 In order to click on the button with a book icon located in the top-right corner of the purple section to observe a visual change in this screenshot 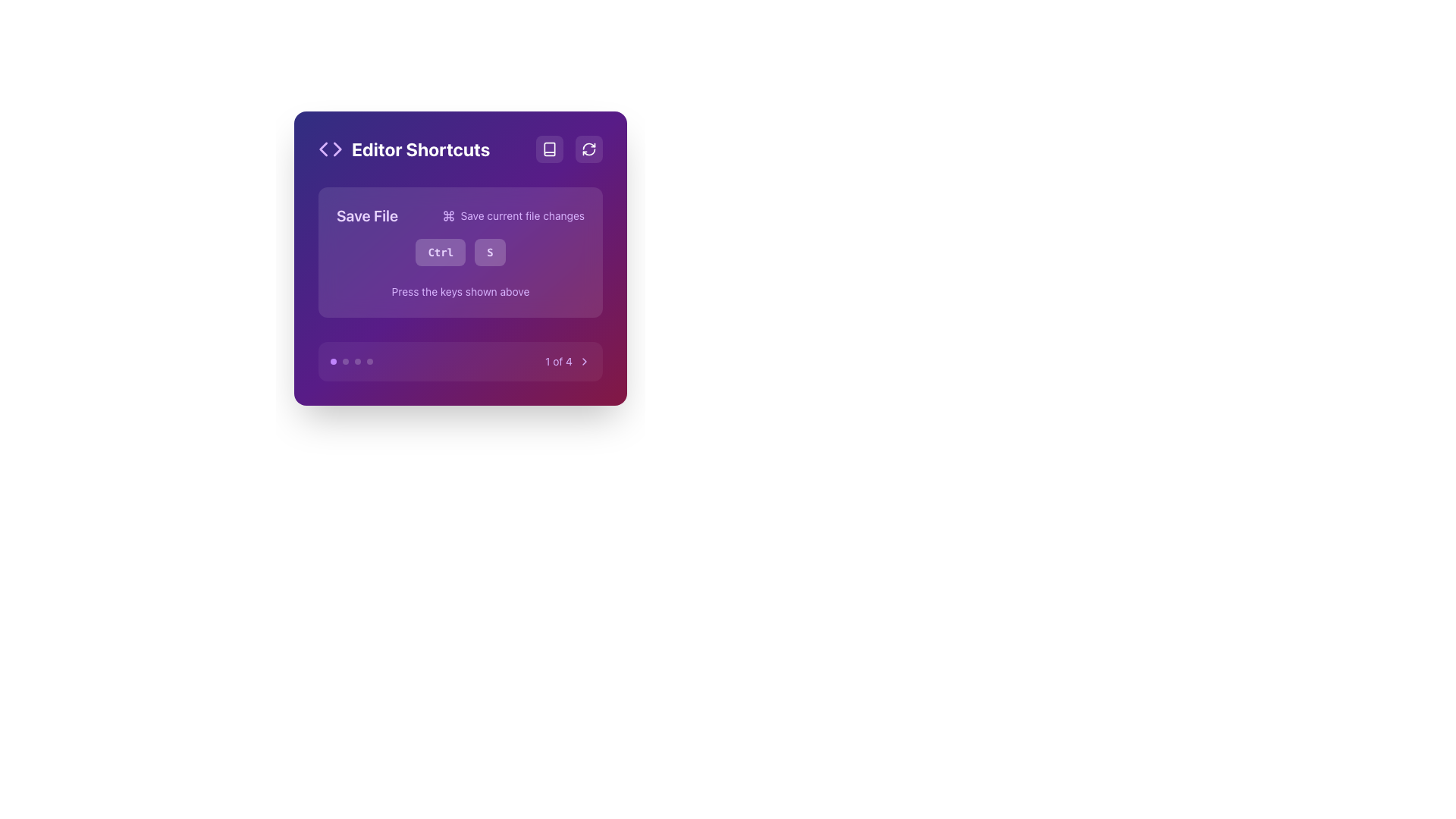, I will do `click(548, 149)`.